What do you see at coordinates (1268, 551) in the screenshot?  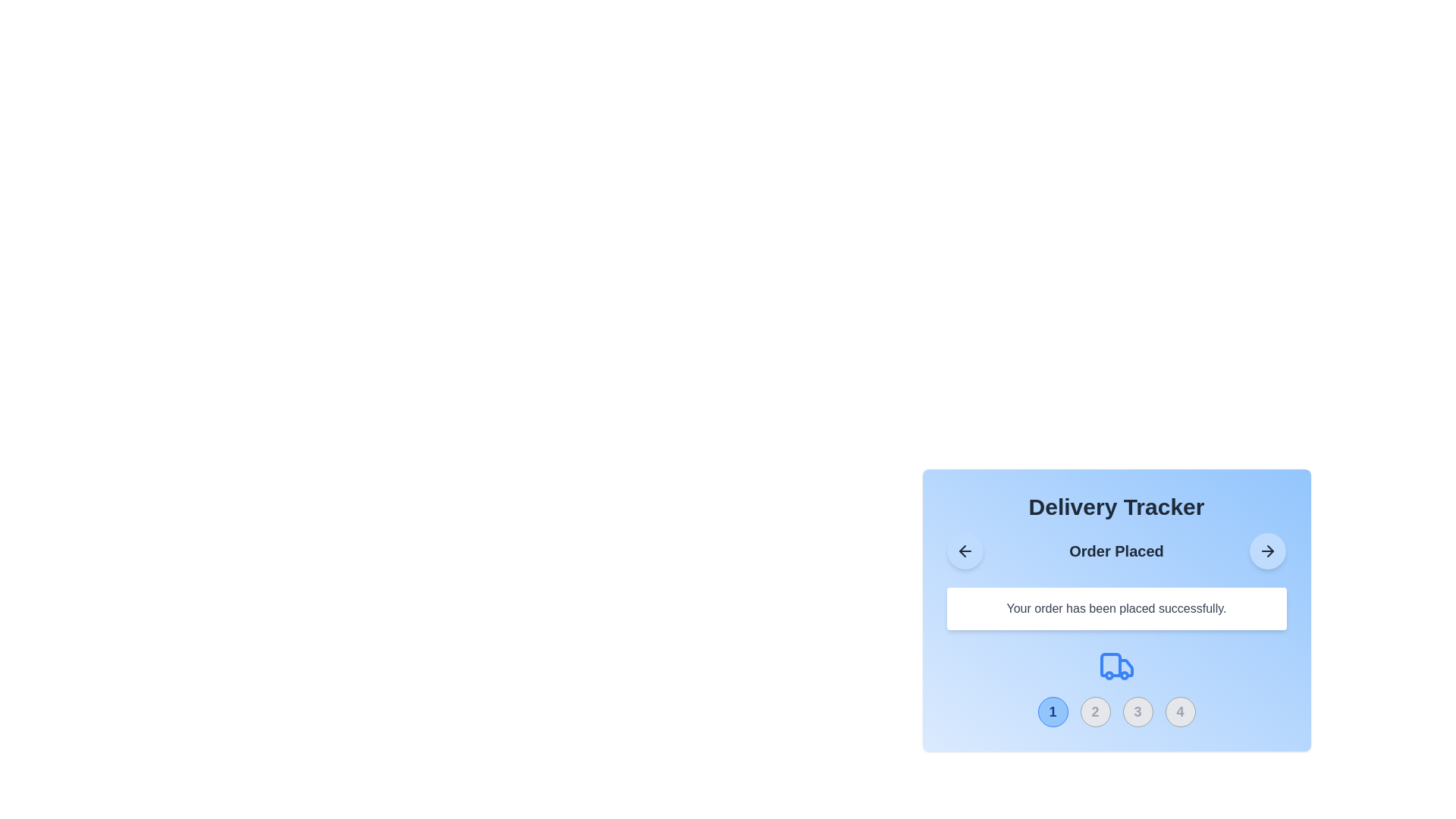 I see `the circular blue button with a right arrow icon beside the text 'Order Placed'` at bounding box center [1268, 551].